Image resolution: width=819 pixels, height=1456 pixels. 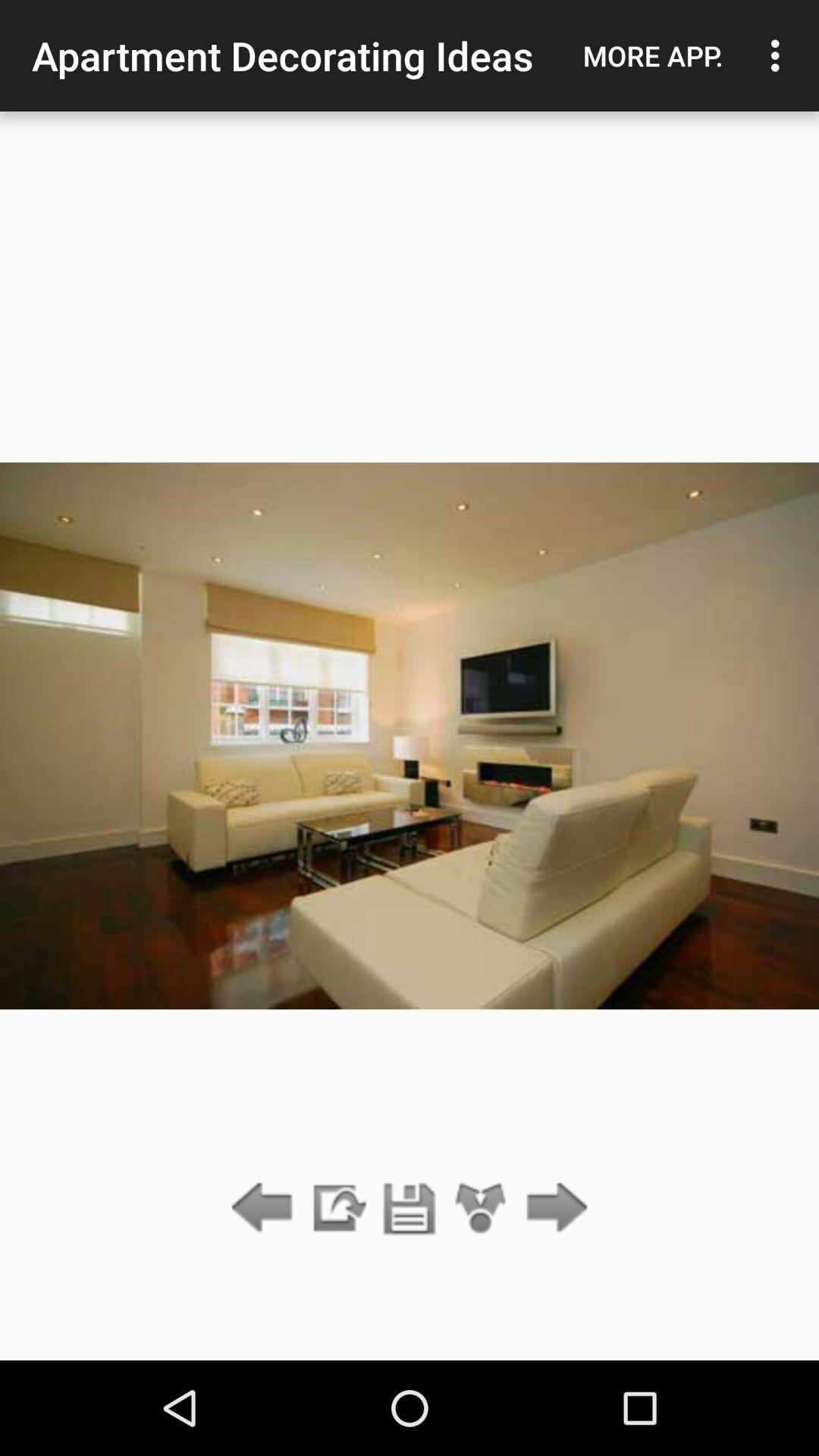 What do you see at coordinates (337, 1208) in the screenshot?
I see `the item below the apartment decorating ideas icon` at bounding box center [337, 1208].